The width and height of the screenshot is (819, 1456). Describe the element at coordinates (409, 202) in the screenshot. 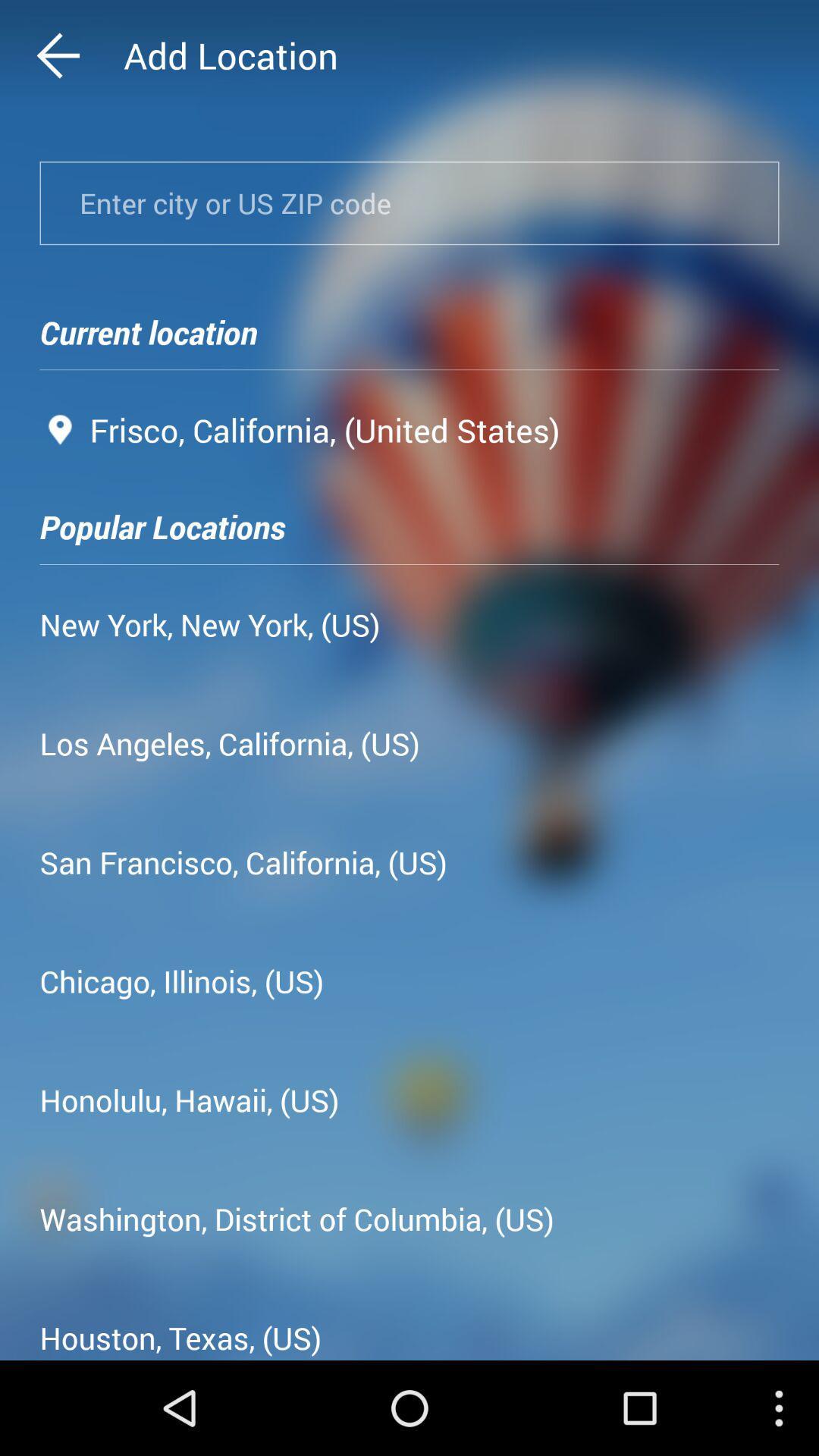

I see `zipcode` at that location.